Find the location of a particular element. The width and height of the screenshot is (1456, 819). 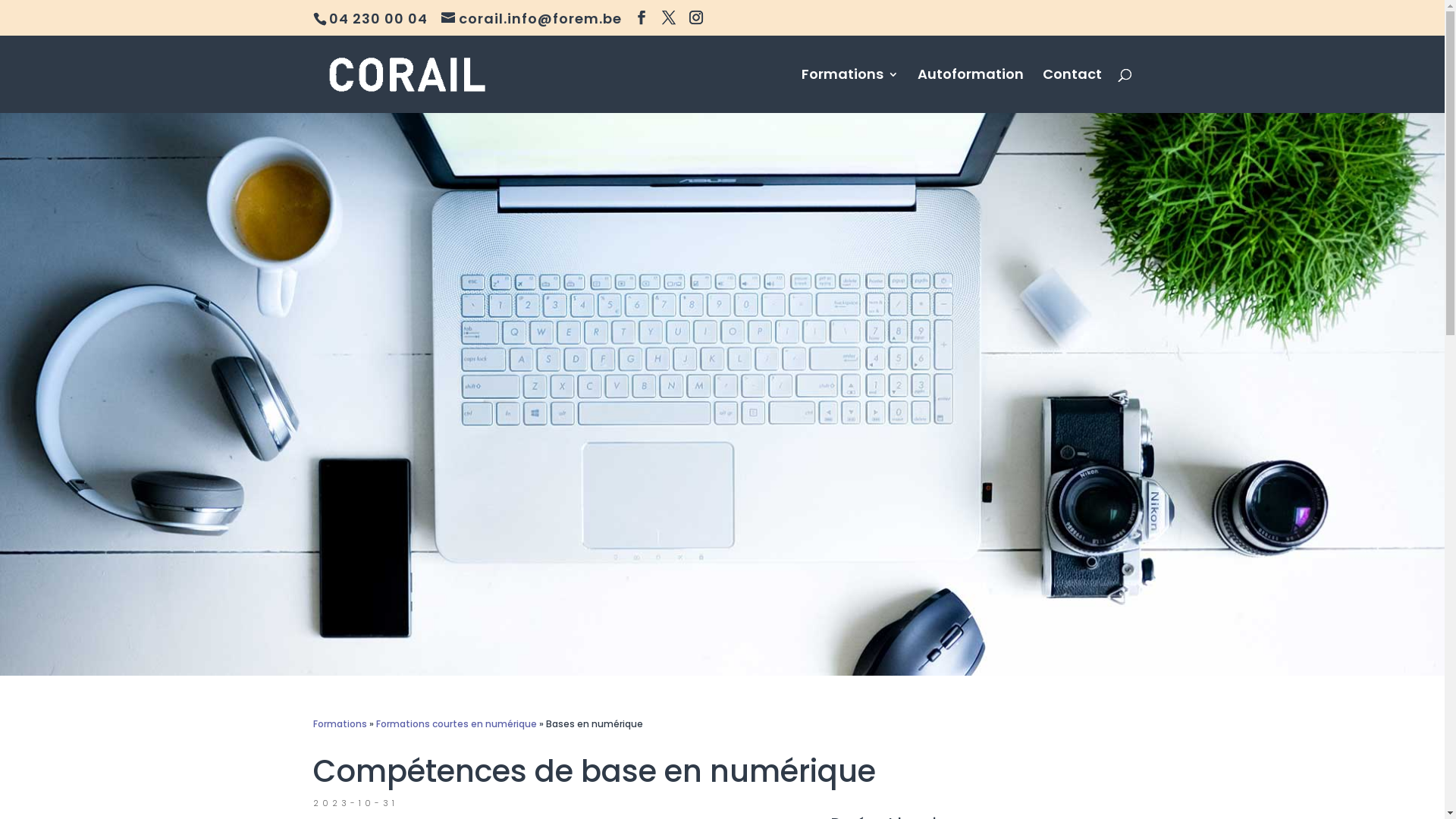

'Contact' is located at coordinates (1070, 90).